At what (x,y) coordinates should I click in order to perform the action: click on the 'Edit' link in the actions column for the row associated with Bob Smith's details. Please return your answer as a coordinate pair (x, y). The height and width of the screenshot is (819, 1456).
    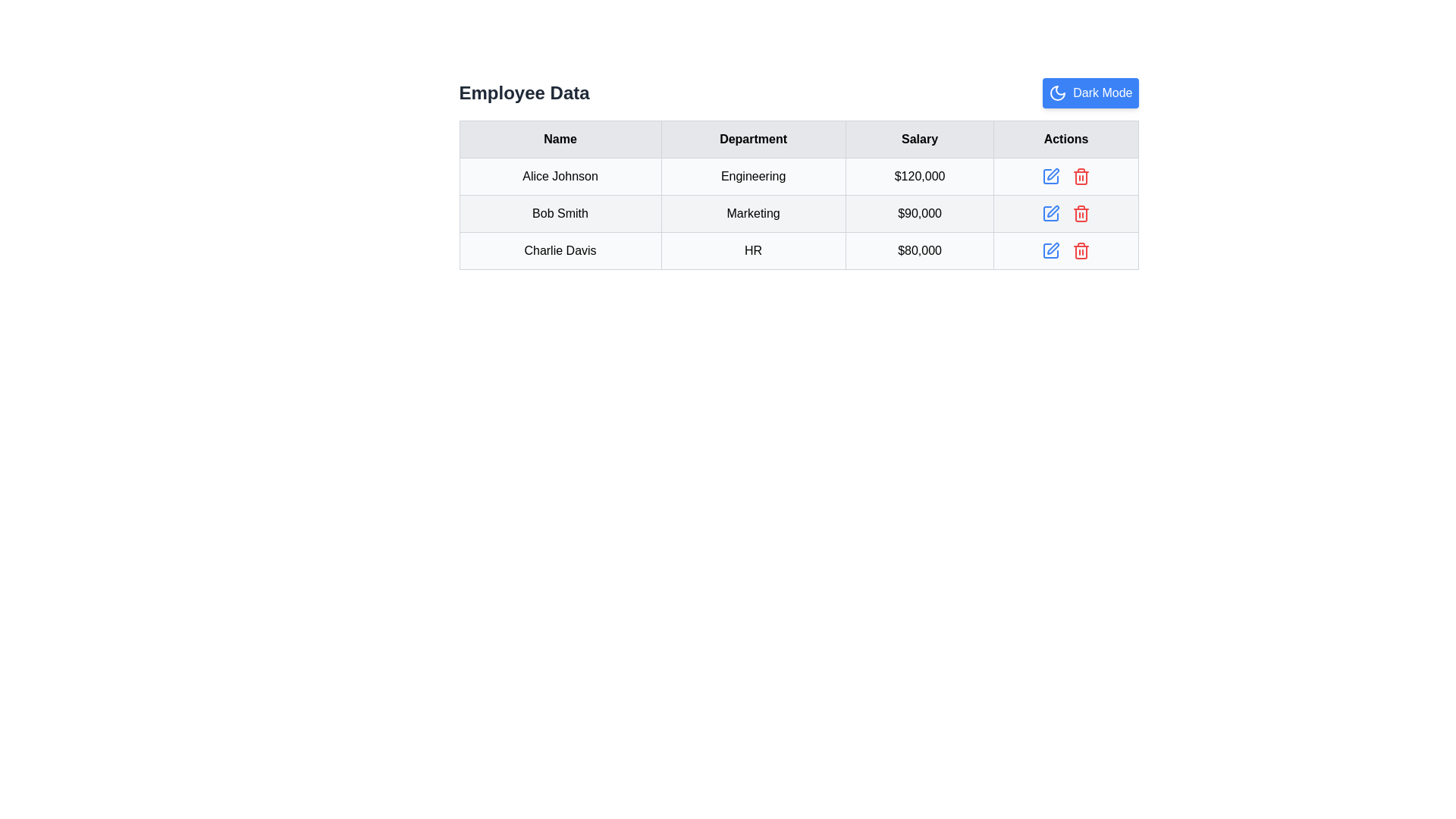
    Looking at the image, I should click on (1065, 213).